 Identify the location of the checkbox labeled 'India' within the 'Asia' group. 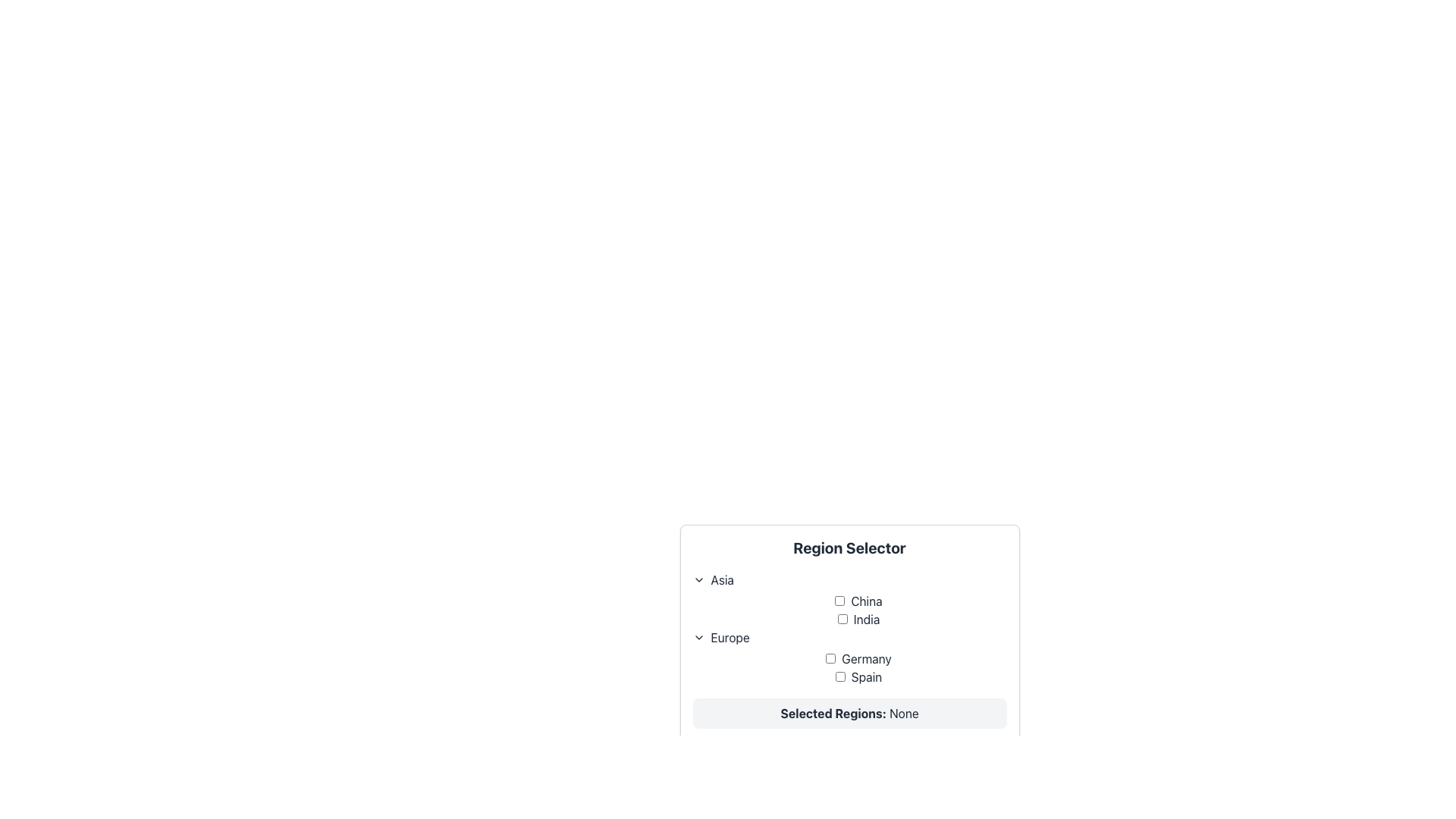
(858, 620).